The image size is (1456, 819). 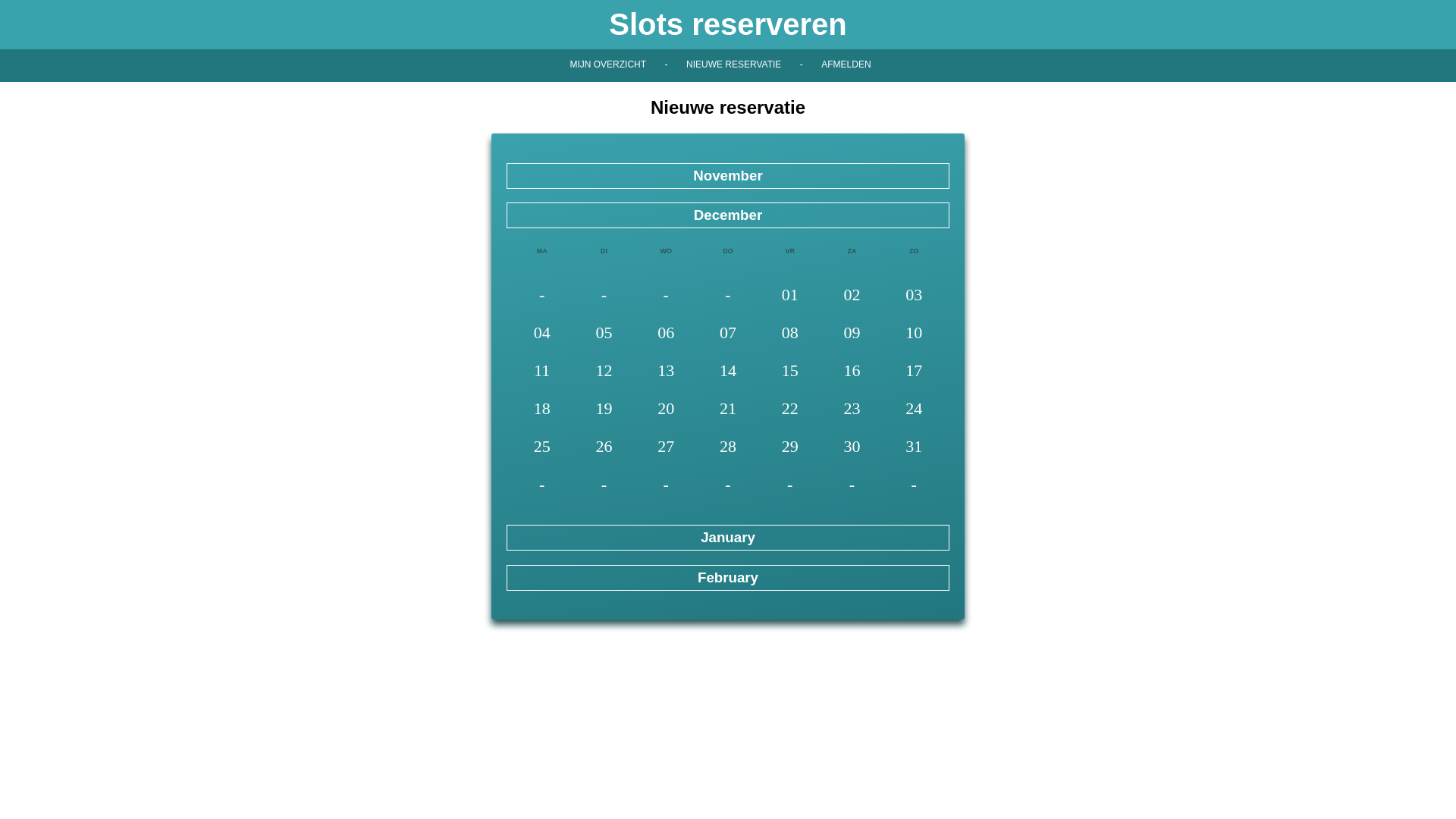 What do you see at coordinates (845, 63) in the screenshot?
I see `'AFMELDEN'` at bounding box center [845, 63].